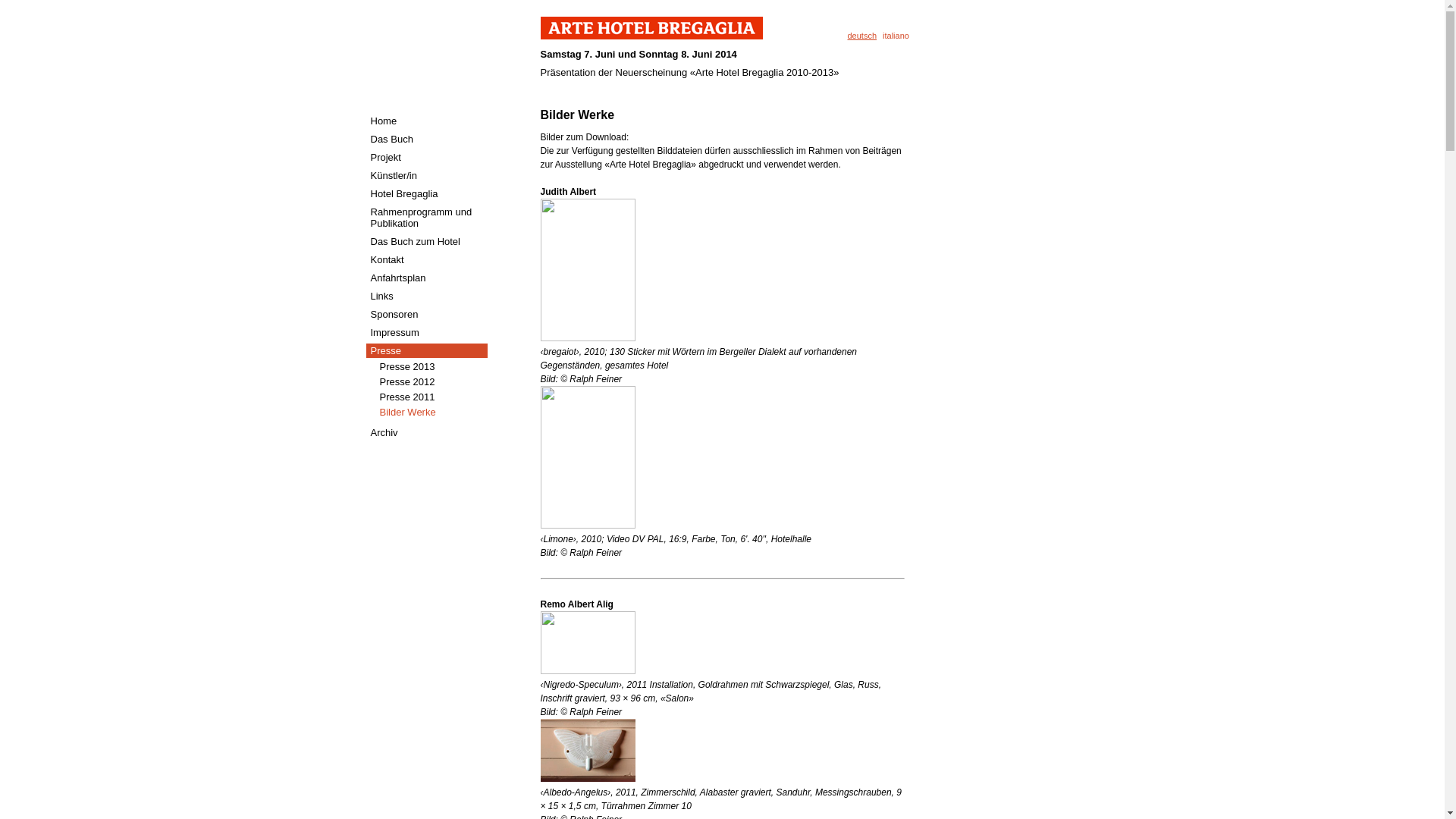 This screenshot has height=819, width=1456. What do you see at coordinates (365, 313) in the screenshot?
I see `'Sponsoren'` at bounding box center [365, 313].